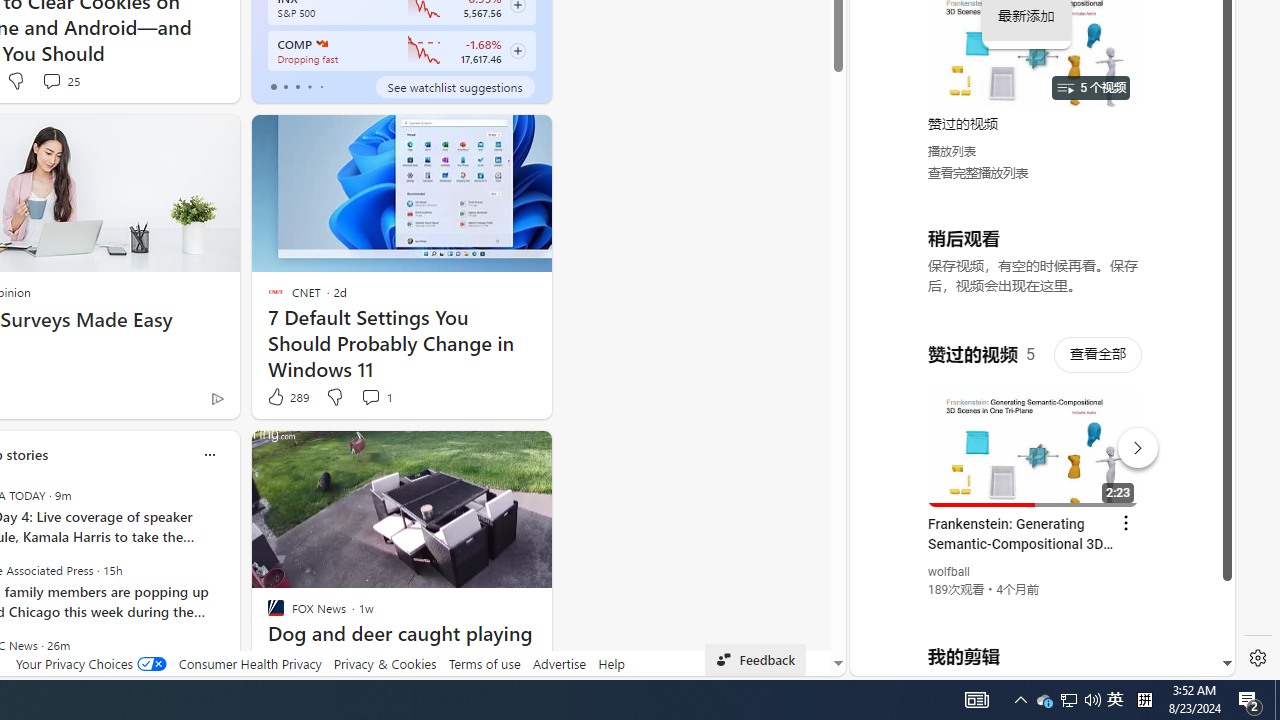  I want to click on 'See watchlist suggestions', so click(454, 86).